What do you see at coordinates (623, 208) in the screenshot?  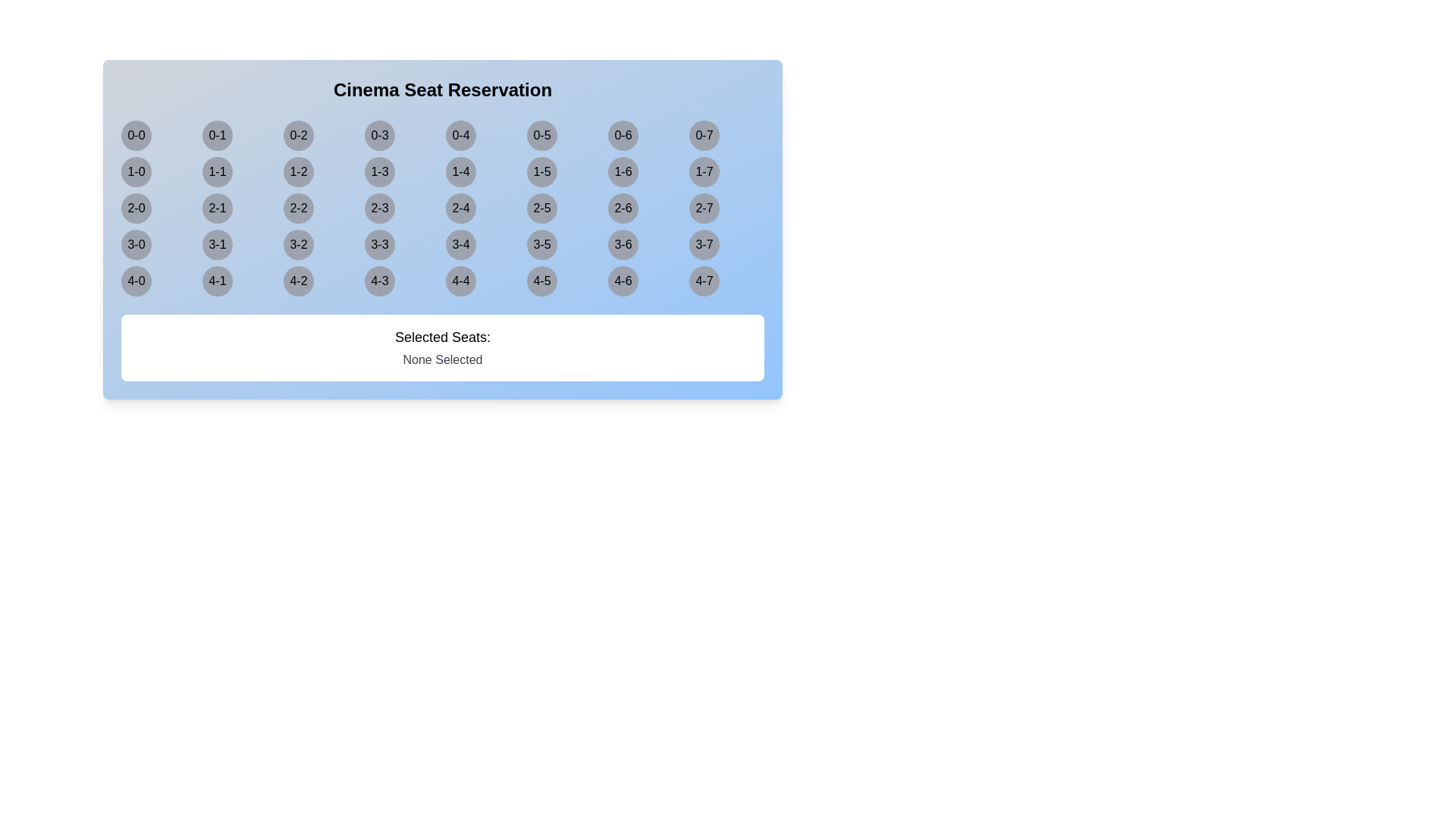 I see `the selectable seat button located in the third row and seventh column of the 'Cinema Seat Reservation' grid to visualize the hover effect` at bounding box center [623, 208].